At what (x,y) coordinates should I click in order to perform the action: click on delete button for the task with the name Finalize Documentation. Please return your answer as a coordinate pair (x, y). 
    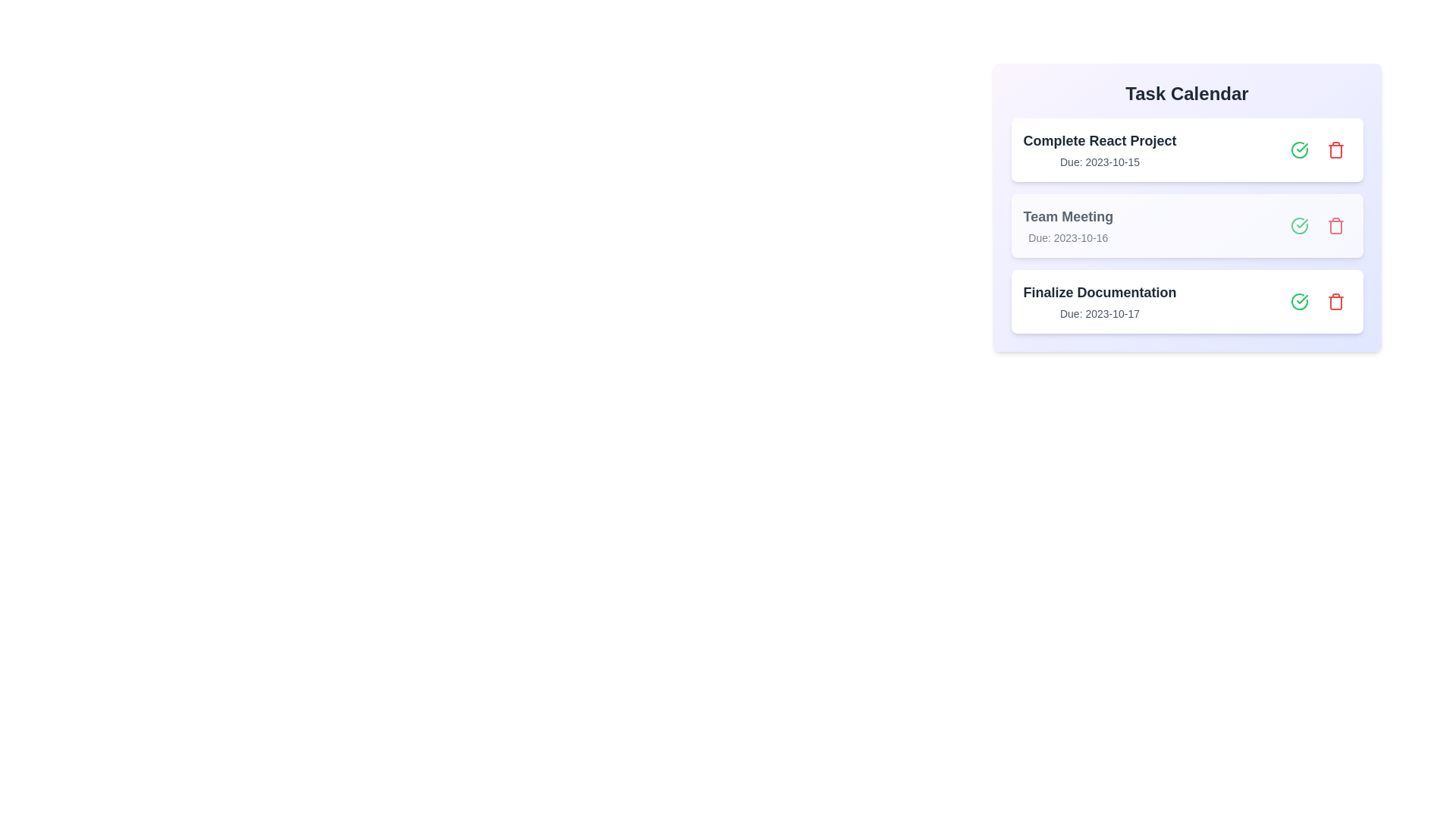
    Looking at the image, I should click on (1335, 301).